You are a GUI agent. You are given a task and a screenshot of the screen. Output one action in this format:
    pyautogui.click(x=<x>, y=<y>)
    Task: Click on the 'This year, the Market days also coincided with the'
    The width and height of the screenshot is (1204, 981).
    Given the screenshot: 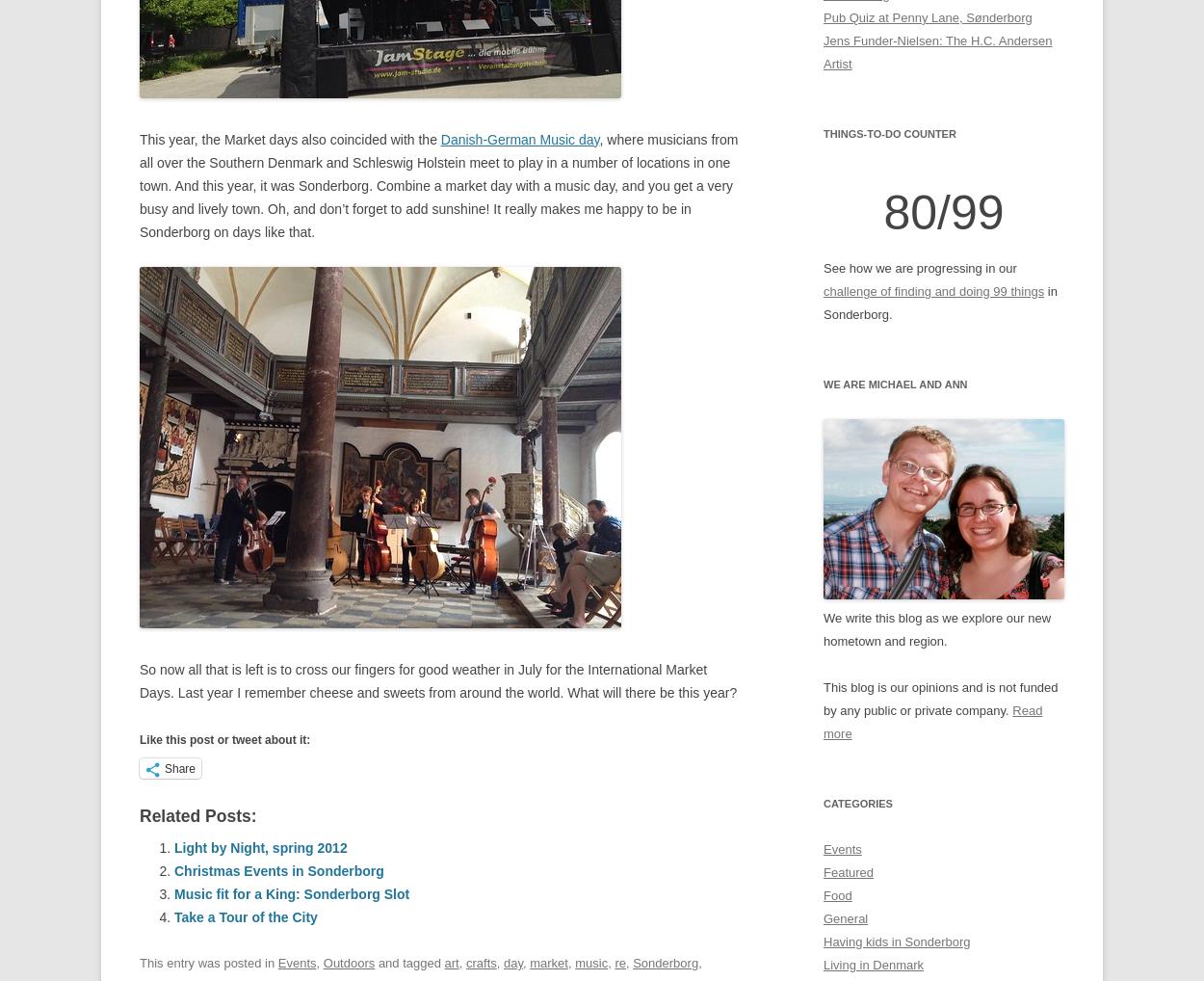 What is the action you would take?
    pyautogui.click(x=290, y=138)
    